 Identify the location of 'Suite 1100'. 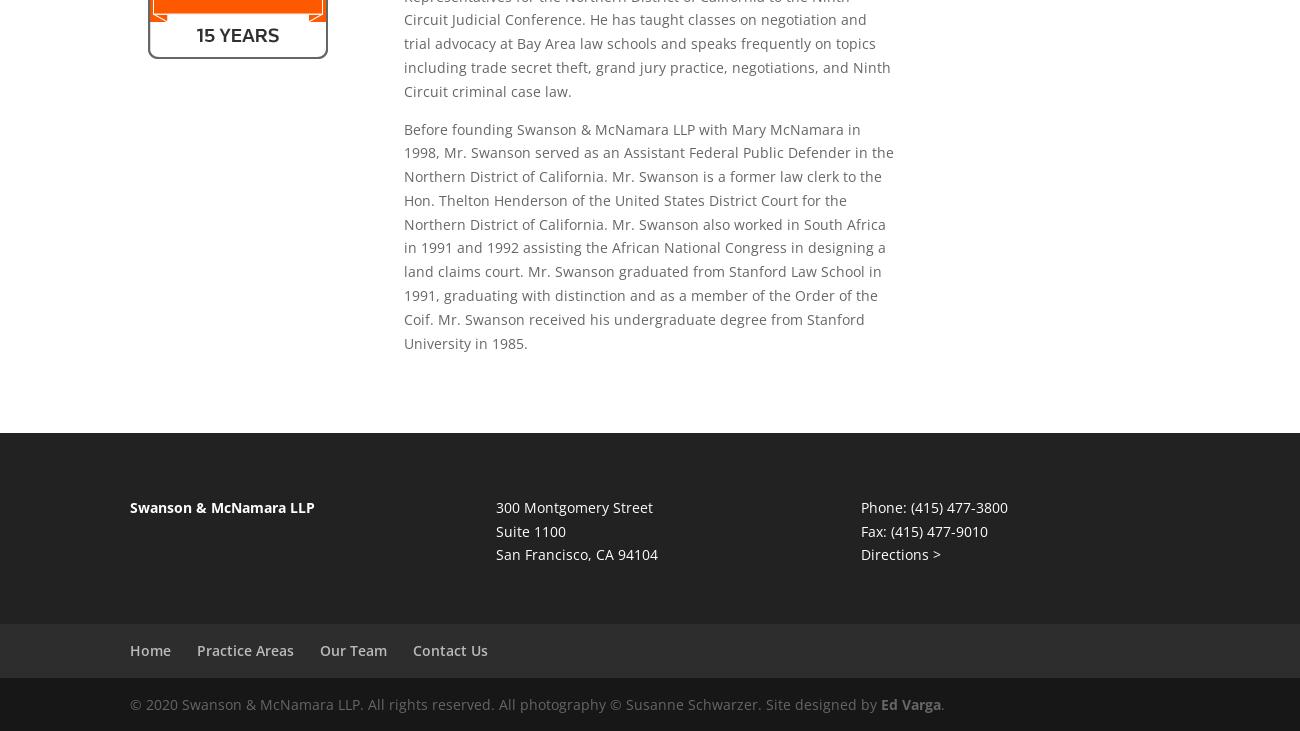
(530, 529).